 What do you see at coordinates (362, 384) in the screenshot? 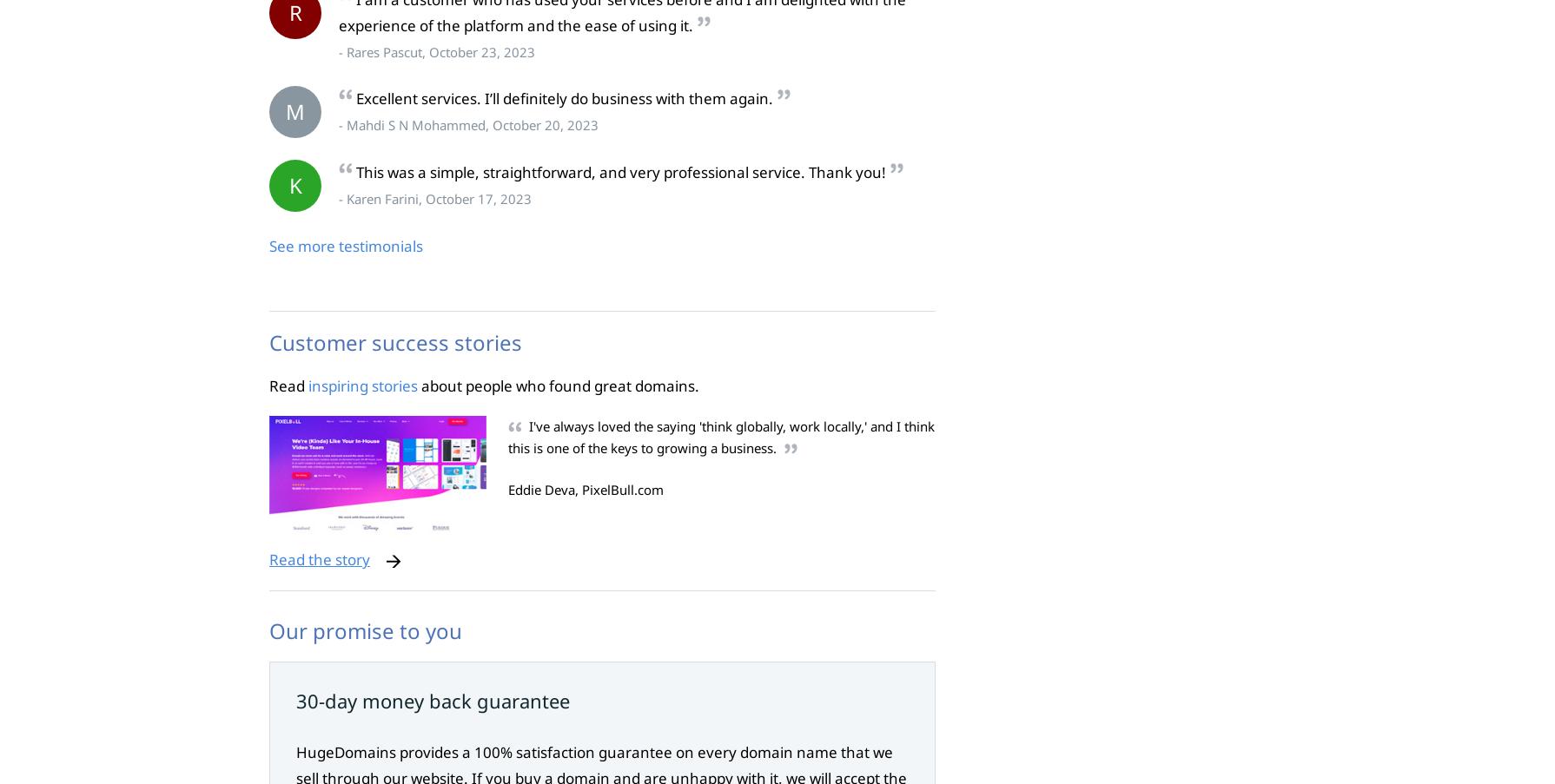
I see `'inspiring stories'` at bounding box center [362, 384].